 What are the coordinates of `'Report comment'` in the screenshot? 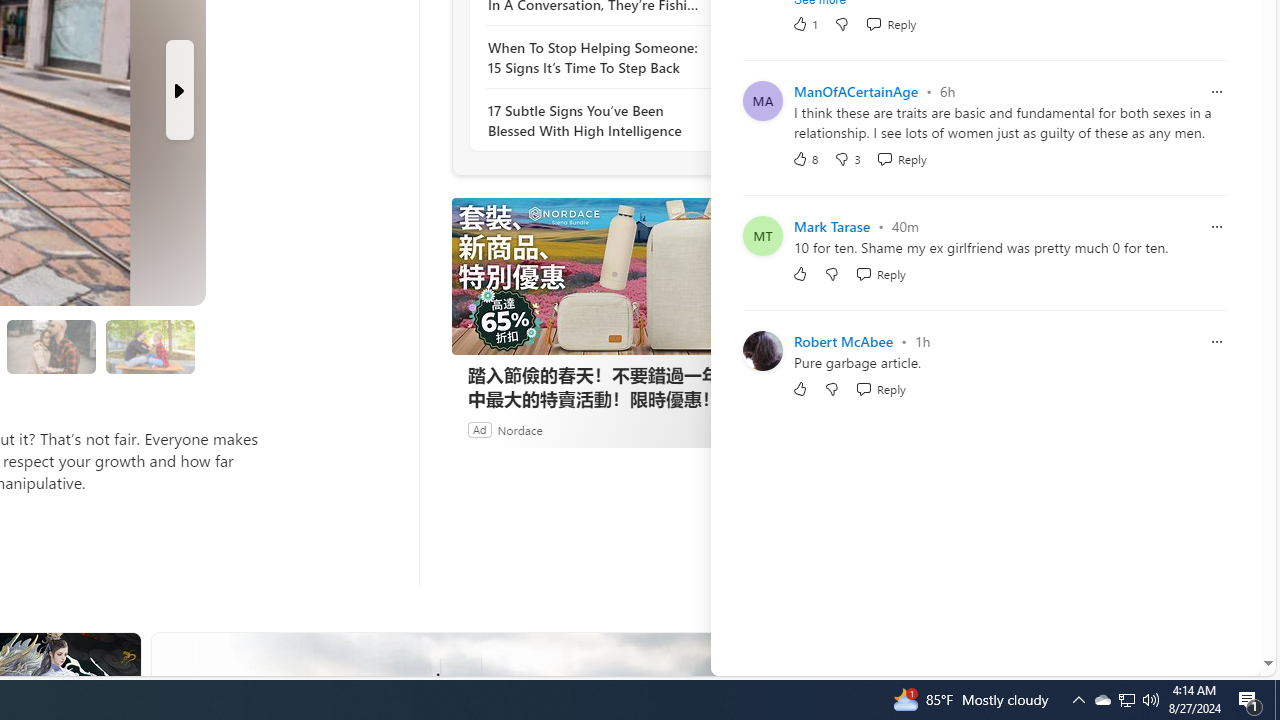 It's located at (1215, 340).